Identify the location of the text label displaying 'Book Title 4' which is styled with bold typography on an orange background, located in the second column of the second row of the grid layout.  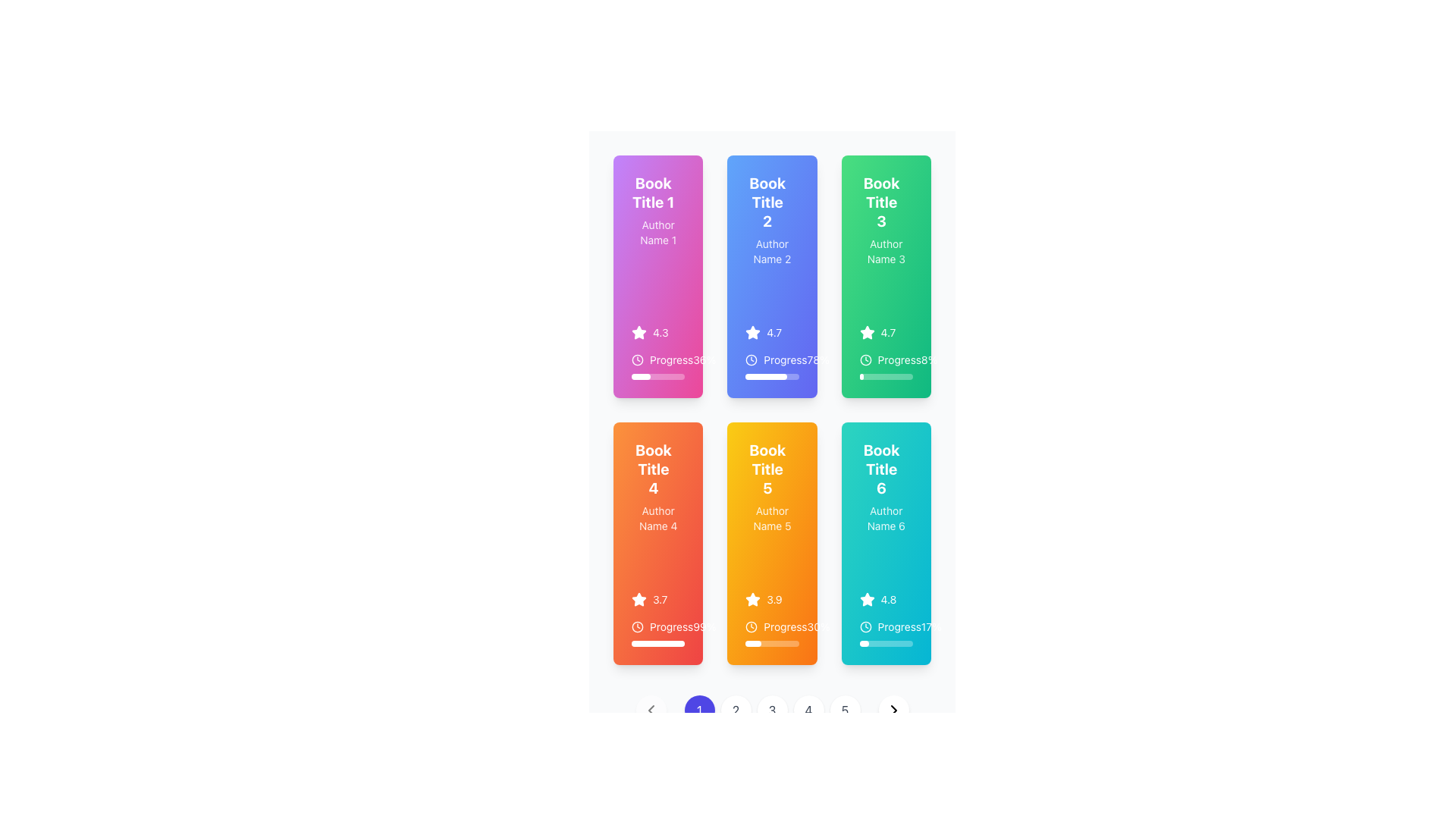
(658, 471).